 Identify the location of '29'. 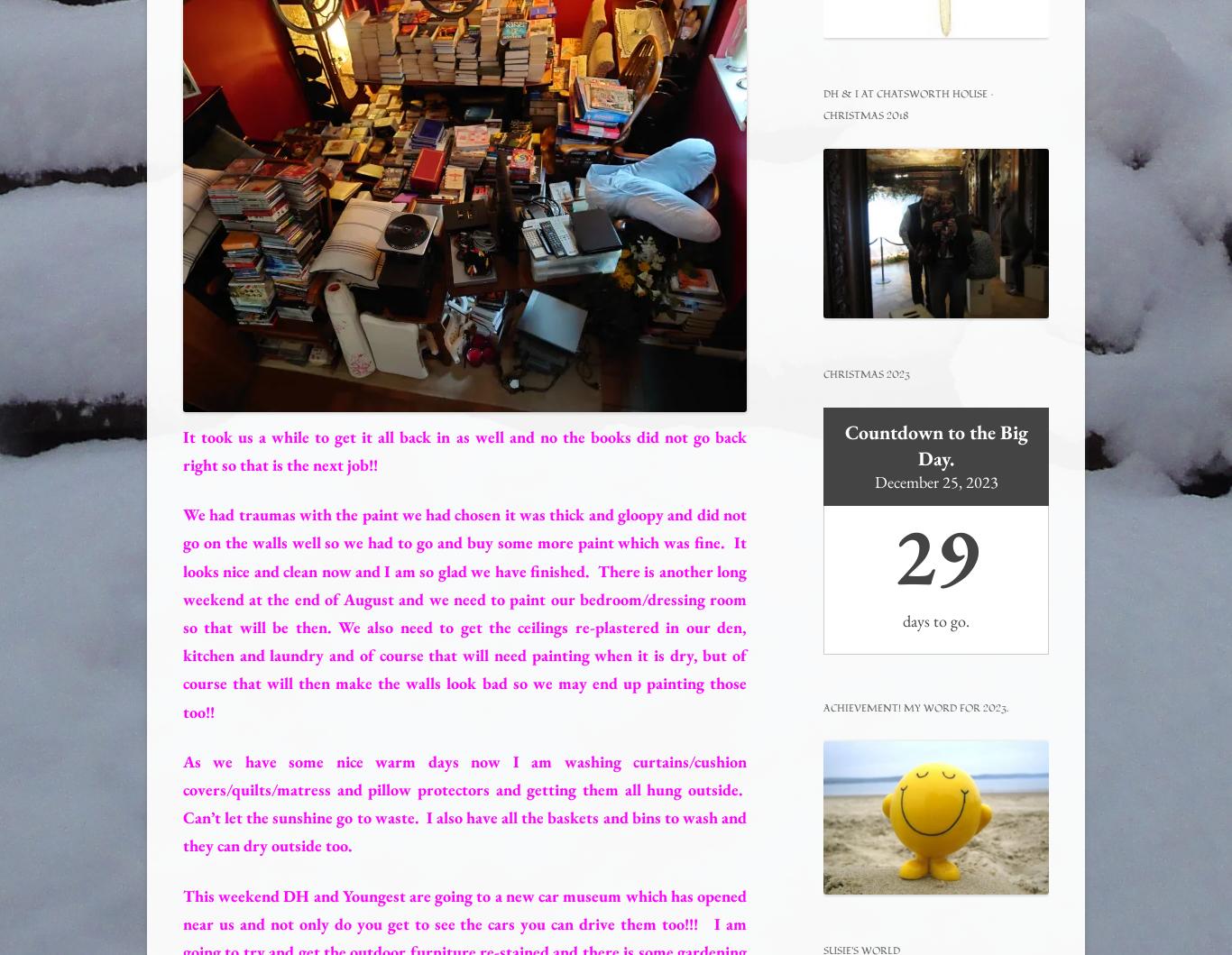
(935, 554).